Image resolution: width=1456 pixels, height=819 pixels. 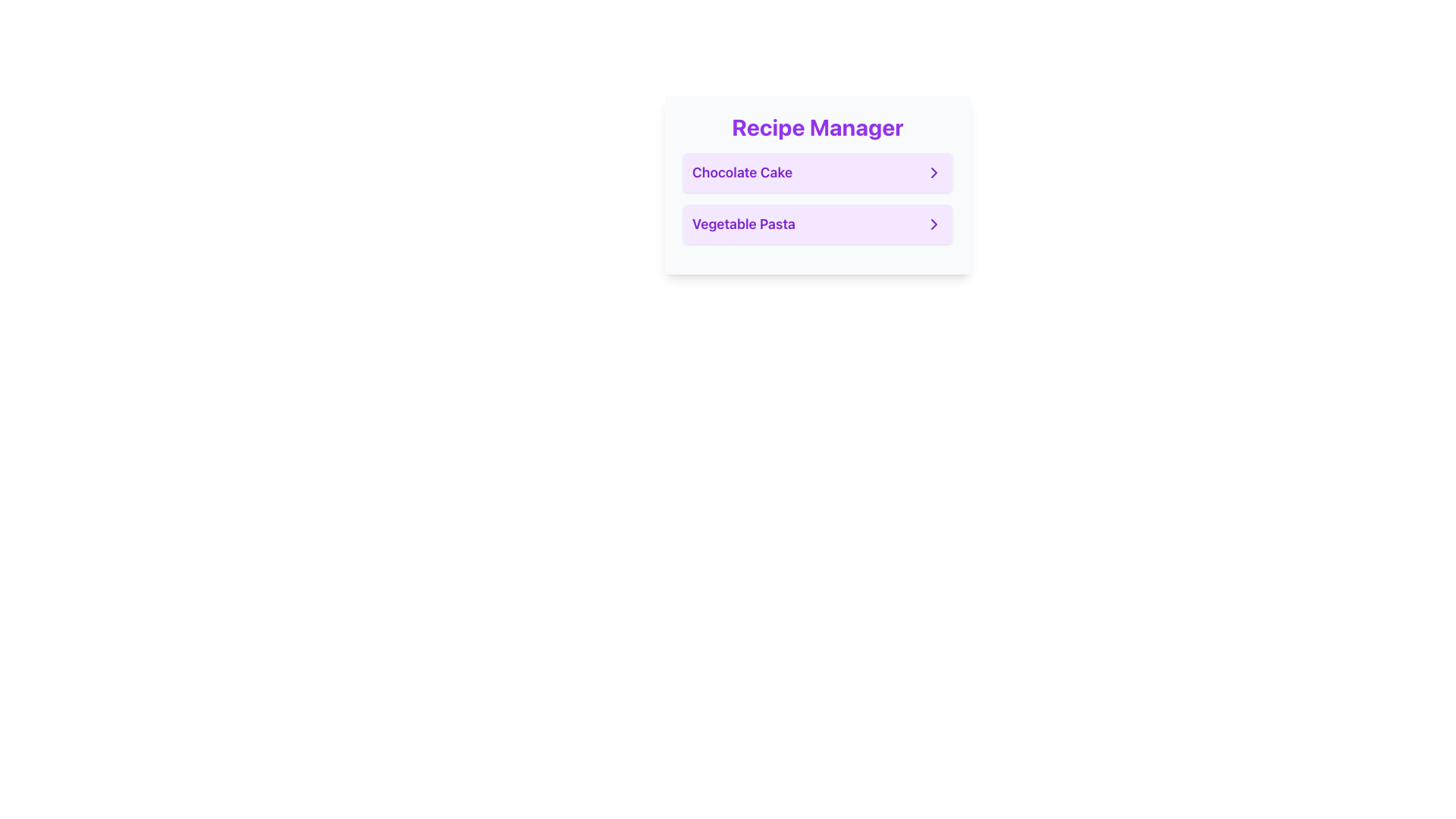 I want to click on the bold, large-sized purple text displaying 'Recipe Manager', so click(x=817, y=127).